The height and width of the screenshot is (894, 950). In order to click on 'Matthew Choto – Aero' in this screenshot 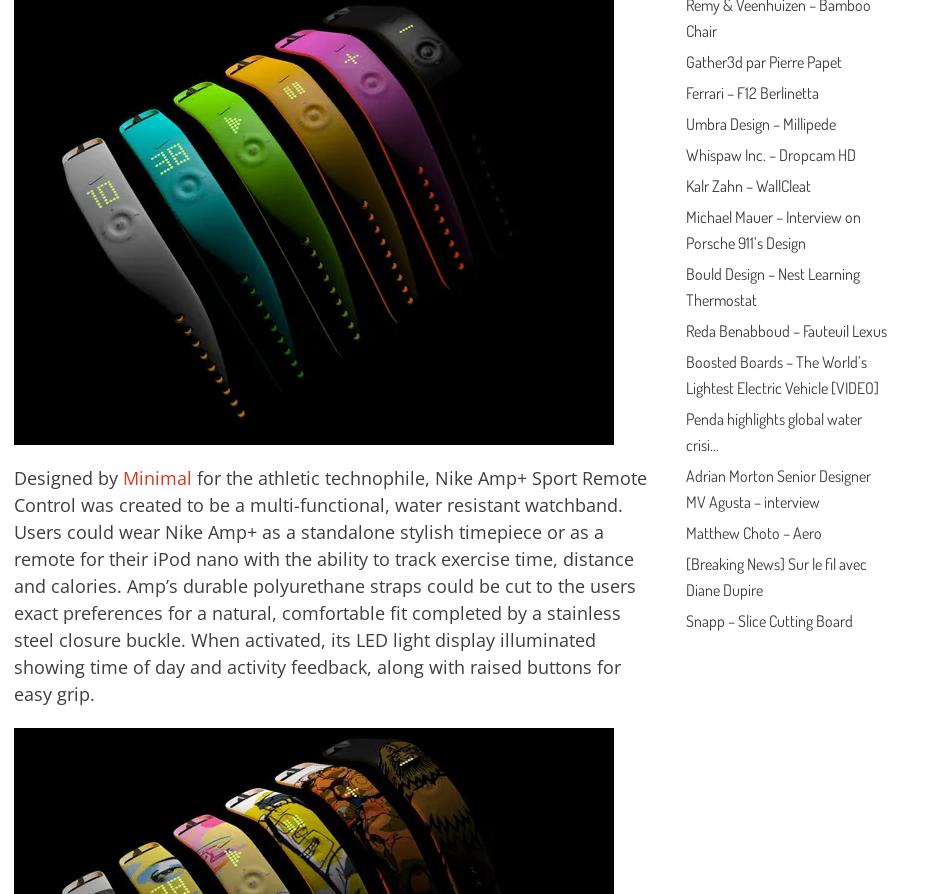, I will do `click(751, 532)`.